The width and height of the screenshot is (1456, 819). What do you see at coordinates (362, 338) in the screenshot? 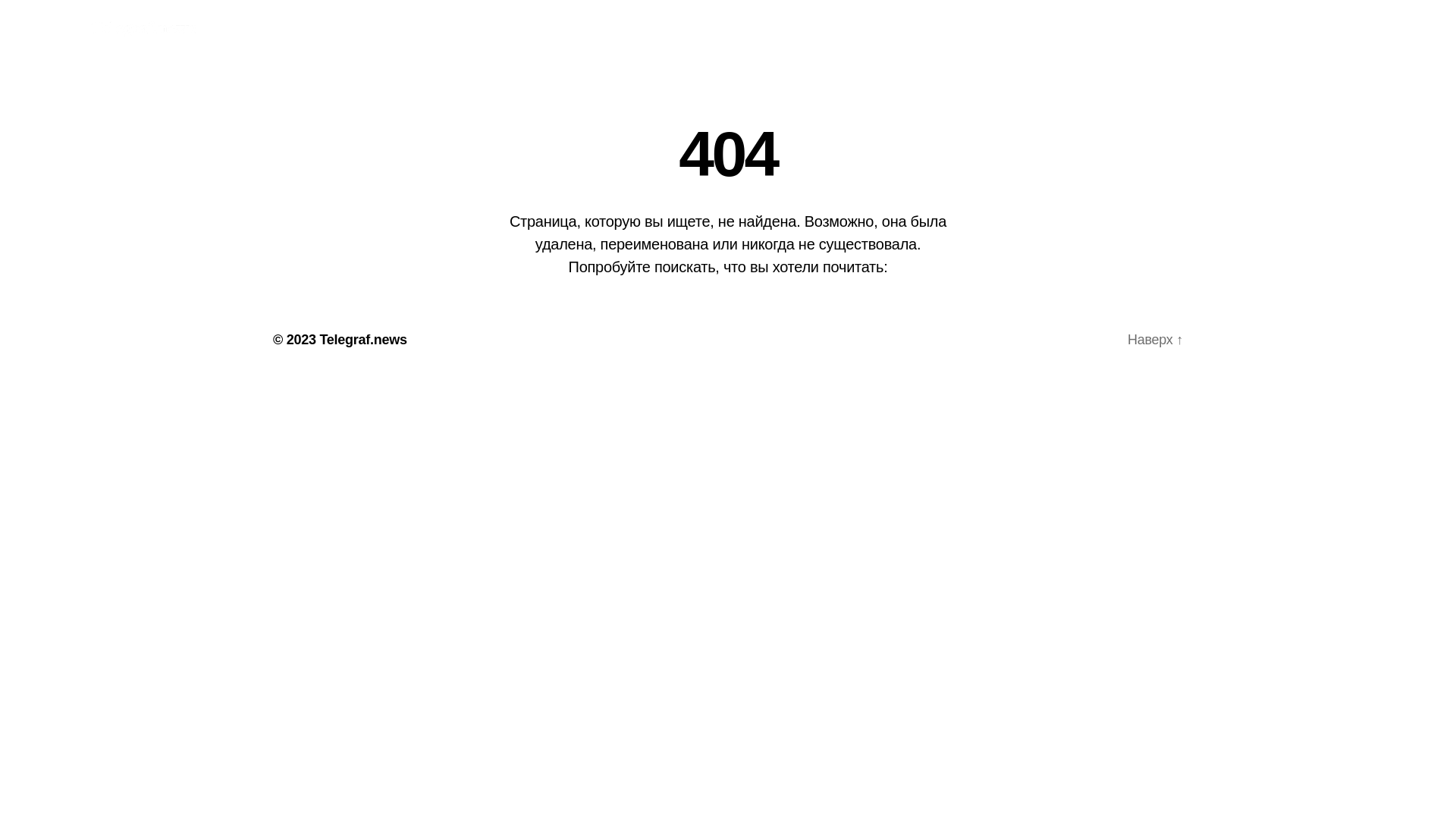
I see `'Telegraf.news'` at bounding box center [362, 338].